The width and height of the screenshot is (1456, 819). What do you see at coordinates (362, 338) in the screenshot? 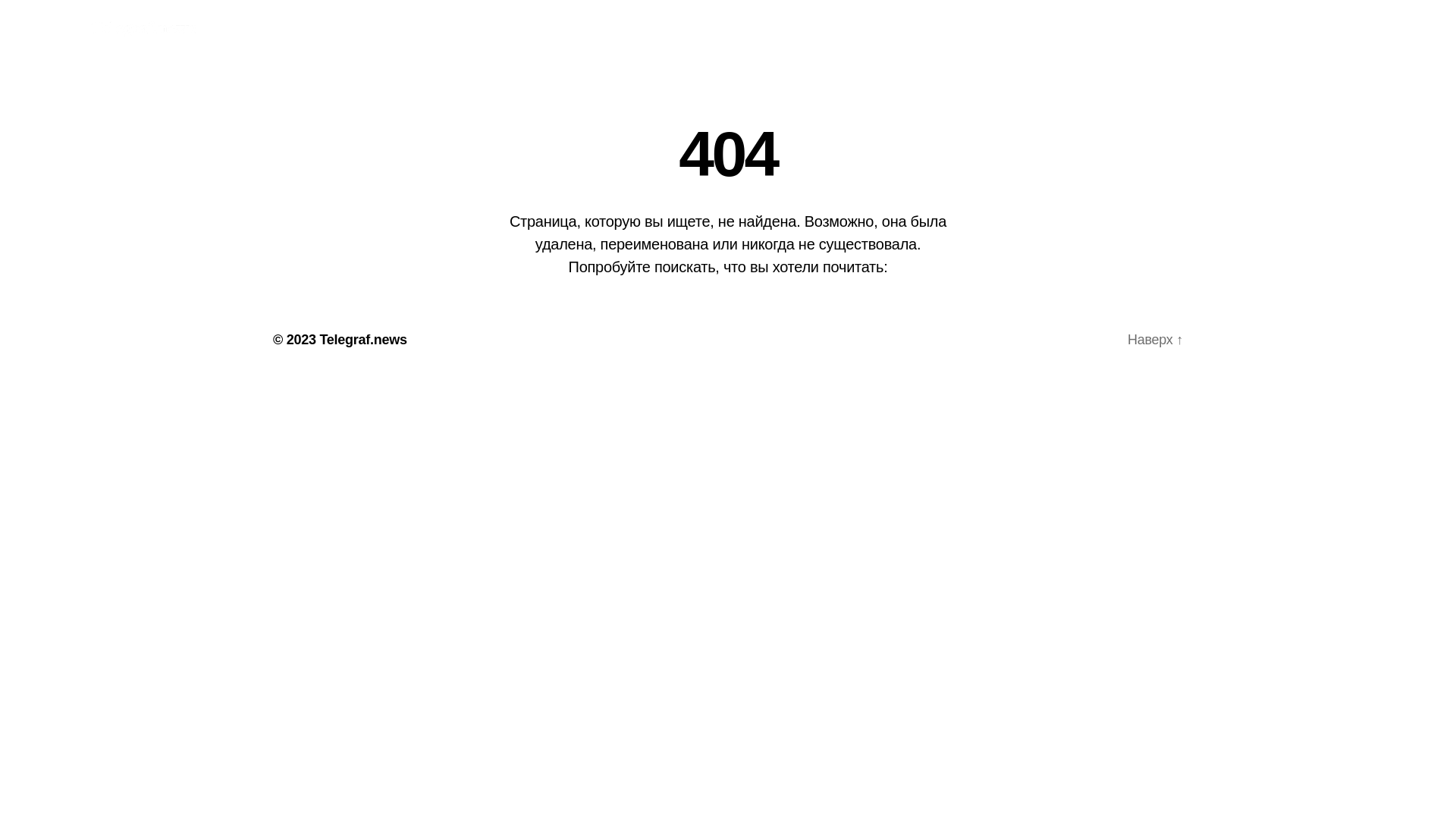
I see `'Telegraf.news'` at bounding box center [362, 338].